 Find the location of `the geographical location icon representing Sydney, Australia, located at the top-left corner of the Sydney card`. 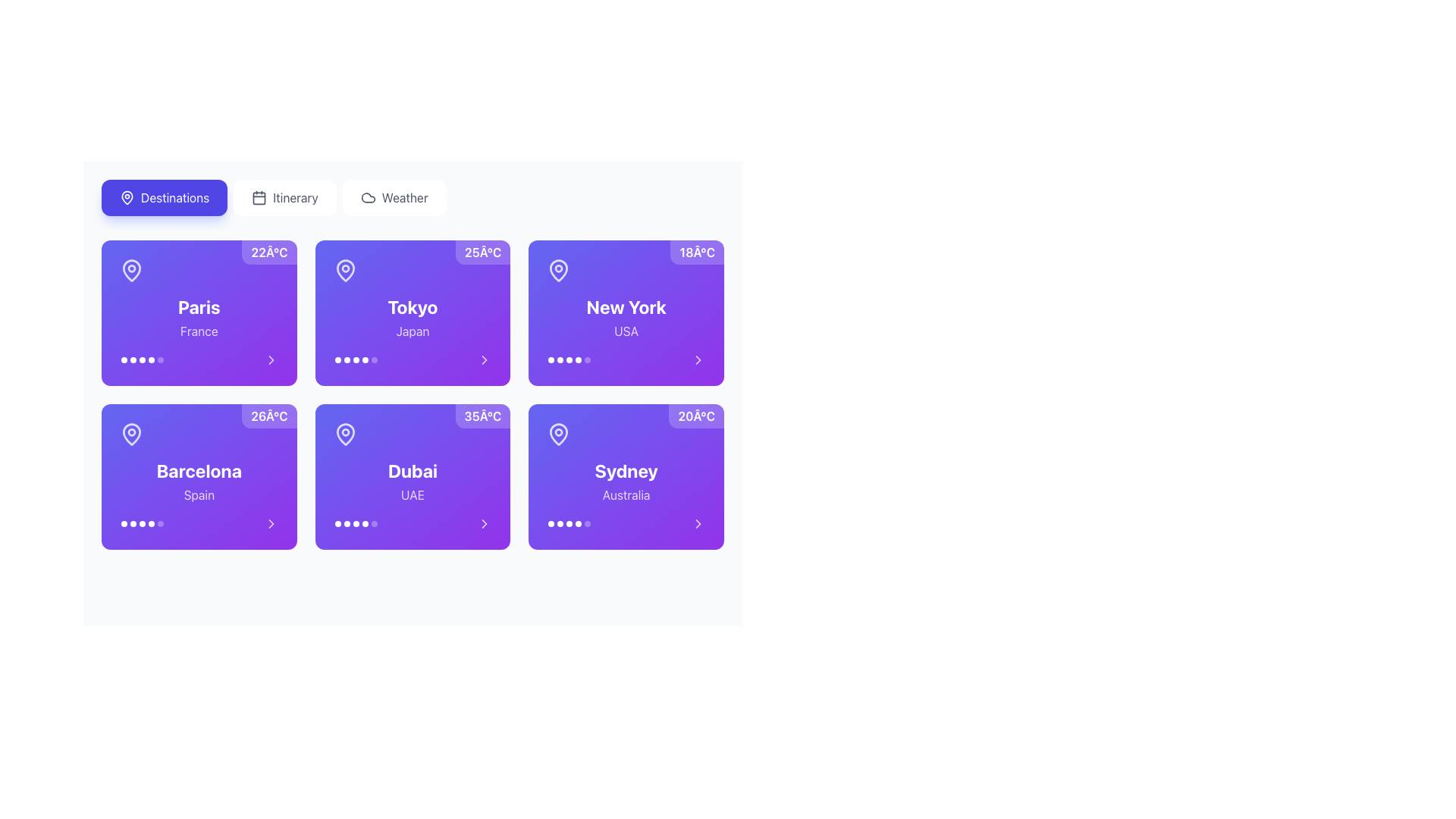

the geographical location icon representing Sydney, Australia, located at the top-left corner of the Sydney card is located at coordinates (558, 435).